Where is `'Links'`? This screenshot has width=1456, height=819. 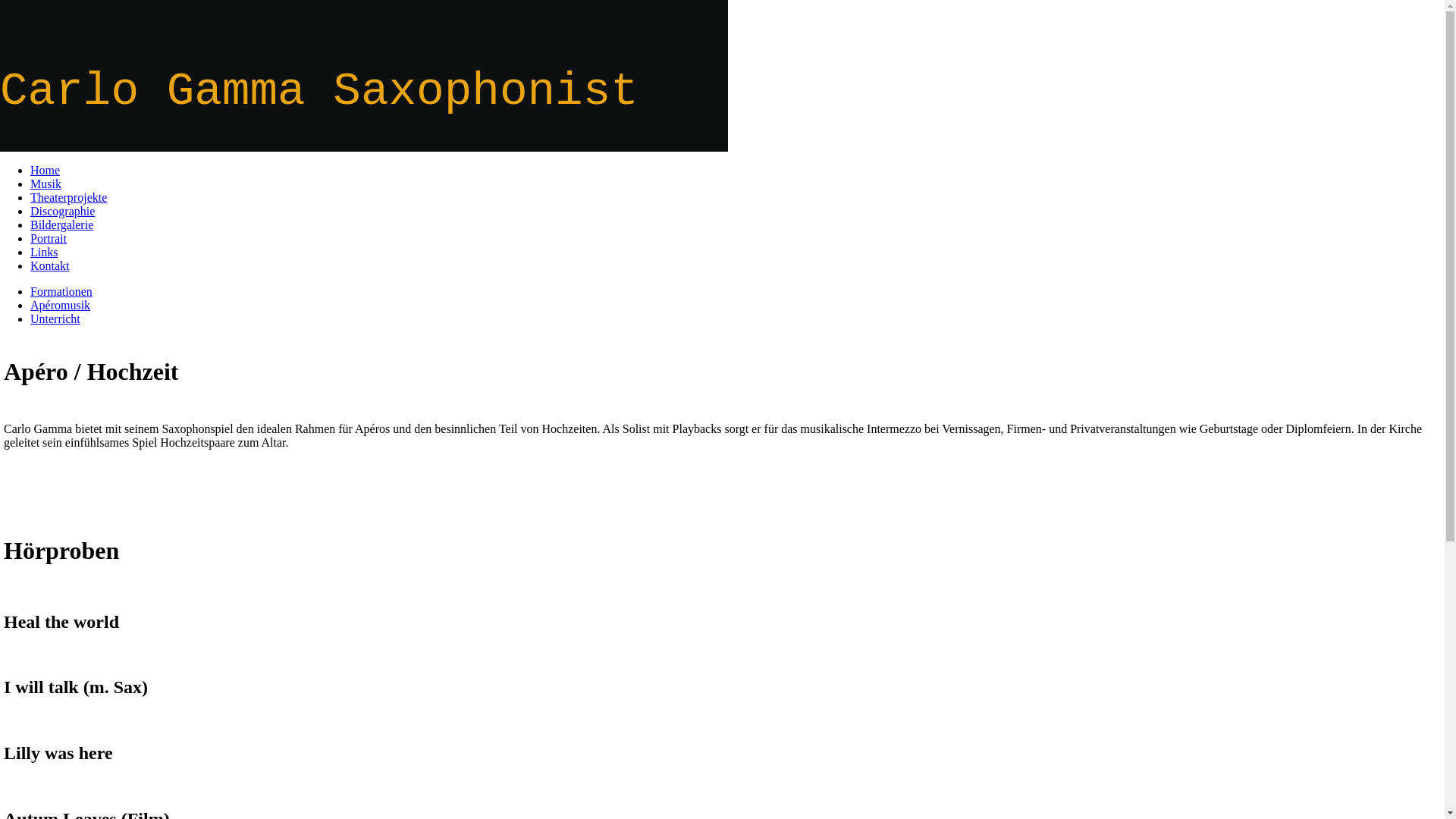 'Links' is located at coordinates (43, 251).